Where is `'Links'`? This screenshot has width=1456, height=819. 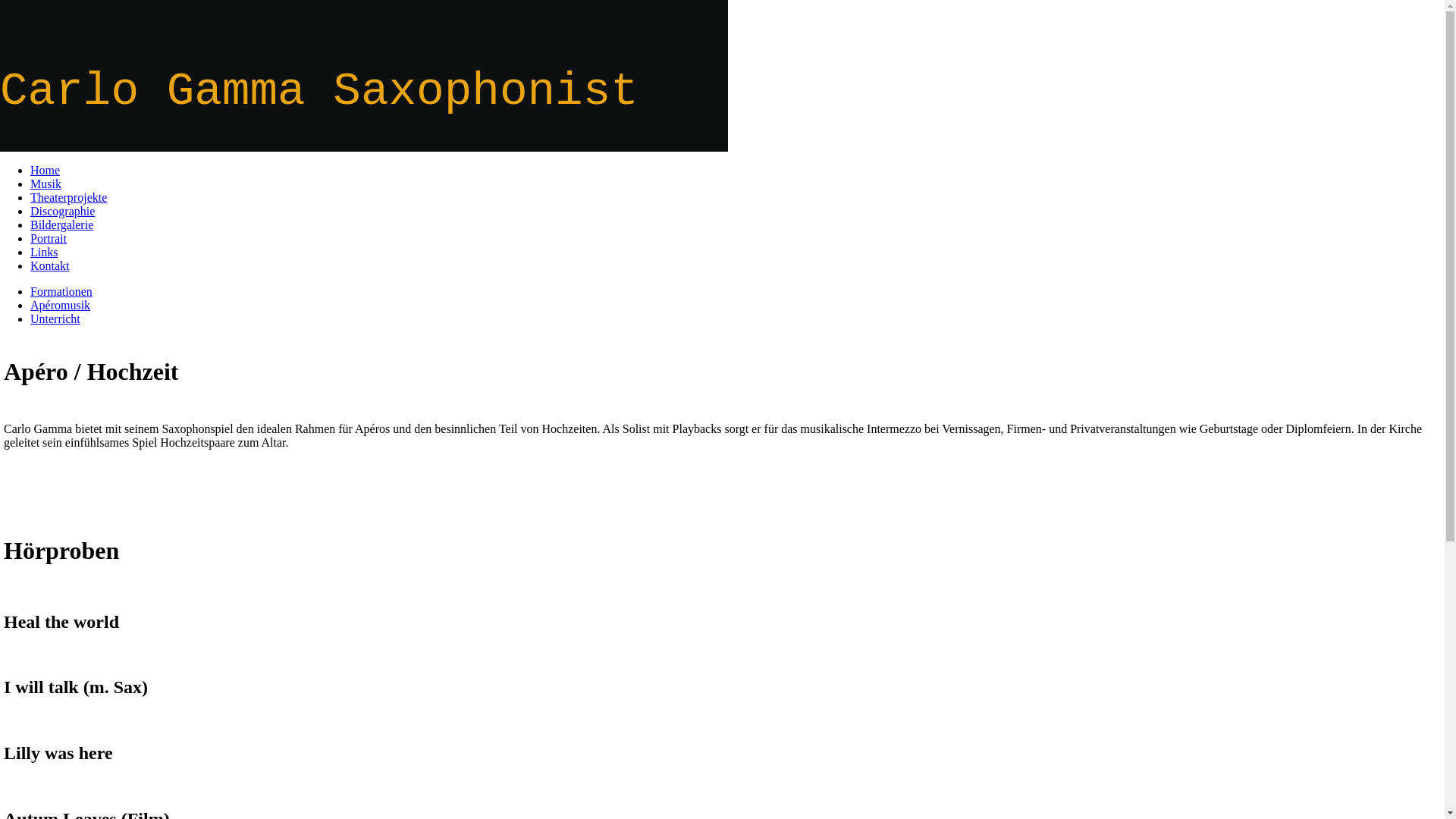 'Links' is located at coordinates (43, 251).